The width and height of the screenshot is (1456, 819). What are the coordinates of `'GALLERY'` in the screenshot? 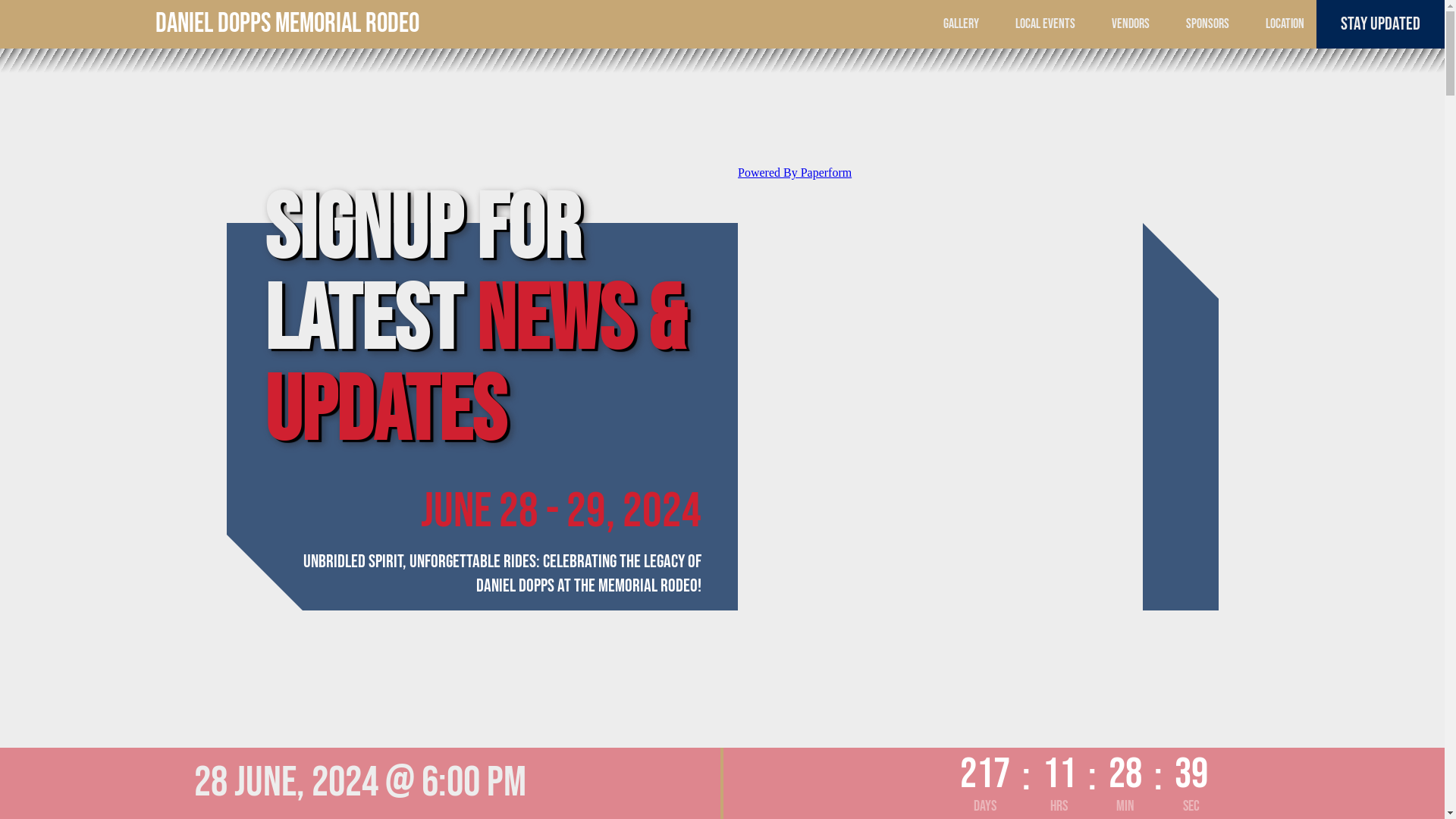 It's located at (960, 24).